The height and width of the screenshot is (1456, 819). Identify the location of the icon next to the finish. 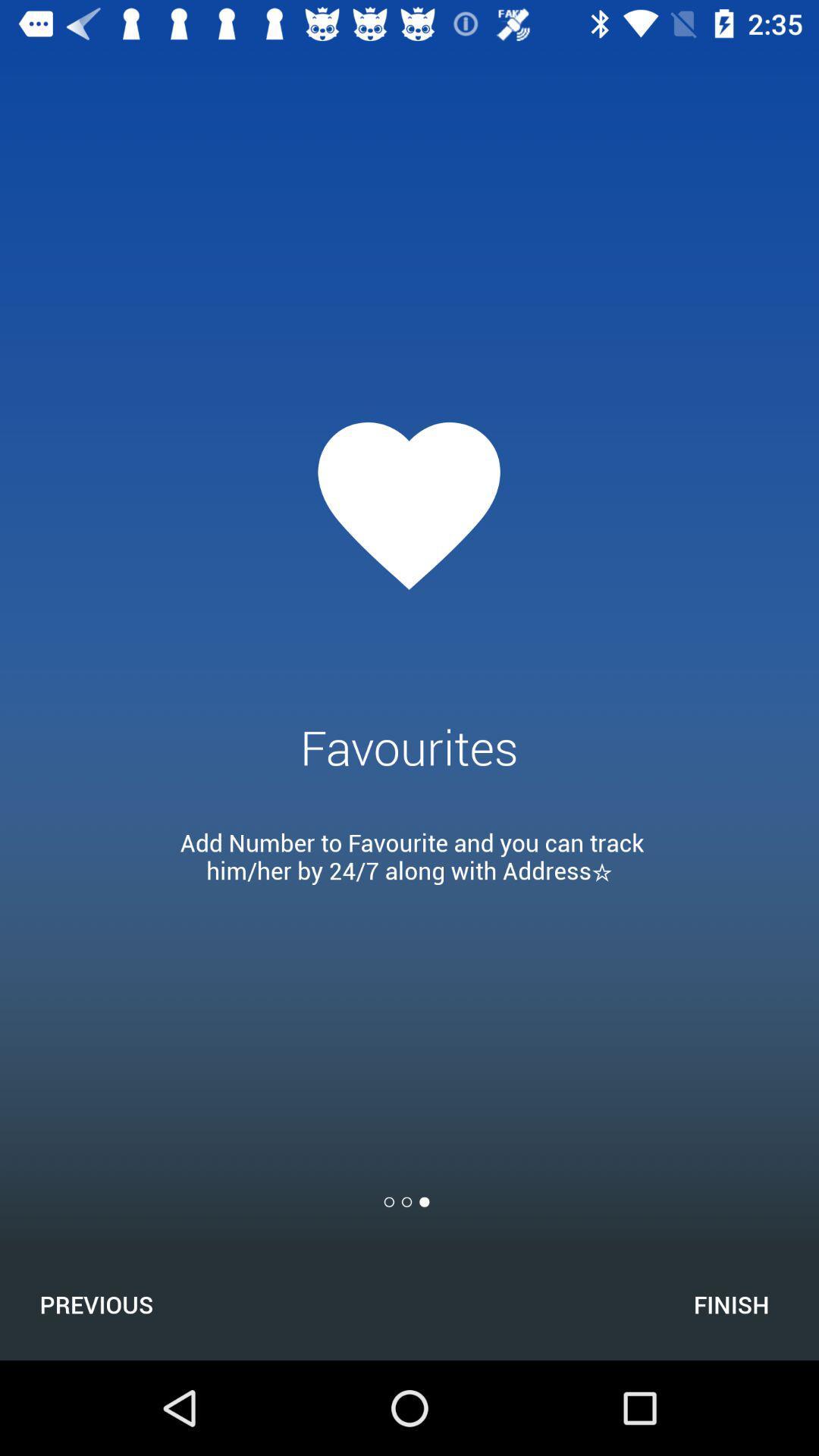
(96, 1304).